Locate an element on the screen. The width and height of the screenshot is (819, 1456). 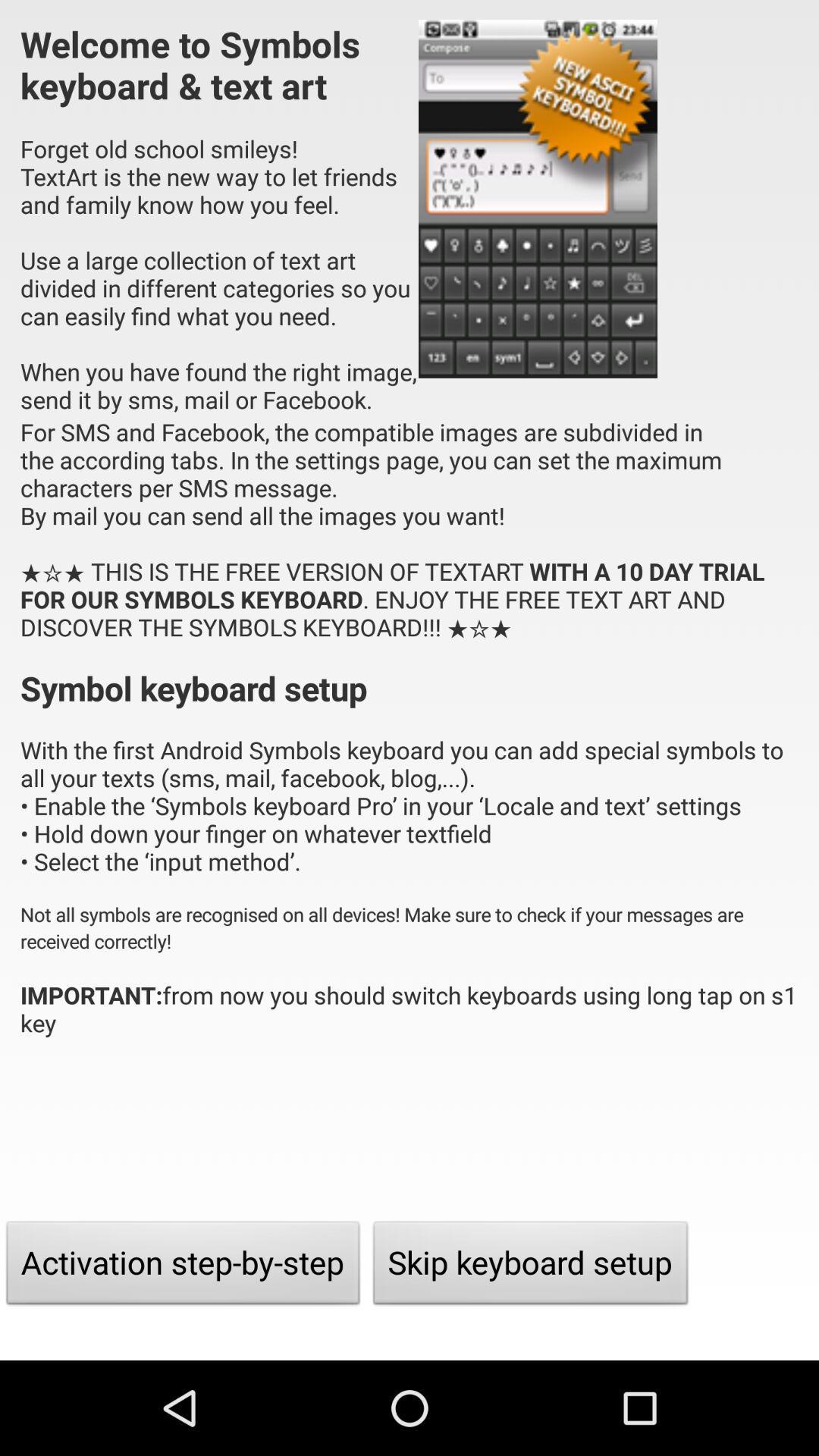
the skip keyboard setup is located at coordinates (530, 1266).